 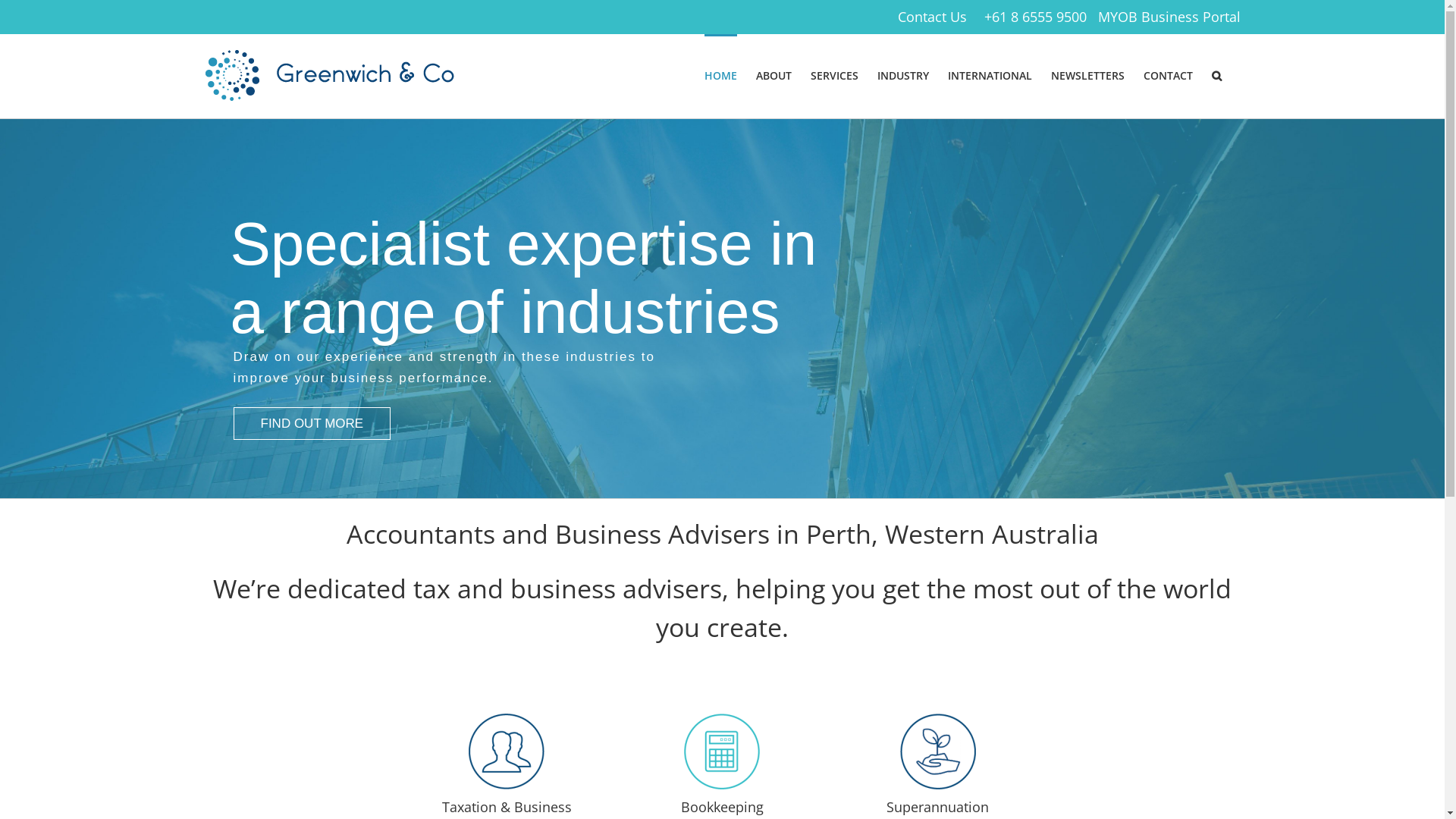 I want to click on 'NEWSLETTERS', so click(x=1087, y=74).